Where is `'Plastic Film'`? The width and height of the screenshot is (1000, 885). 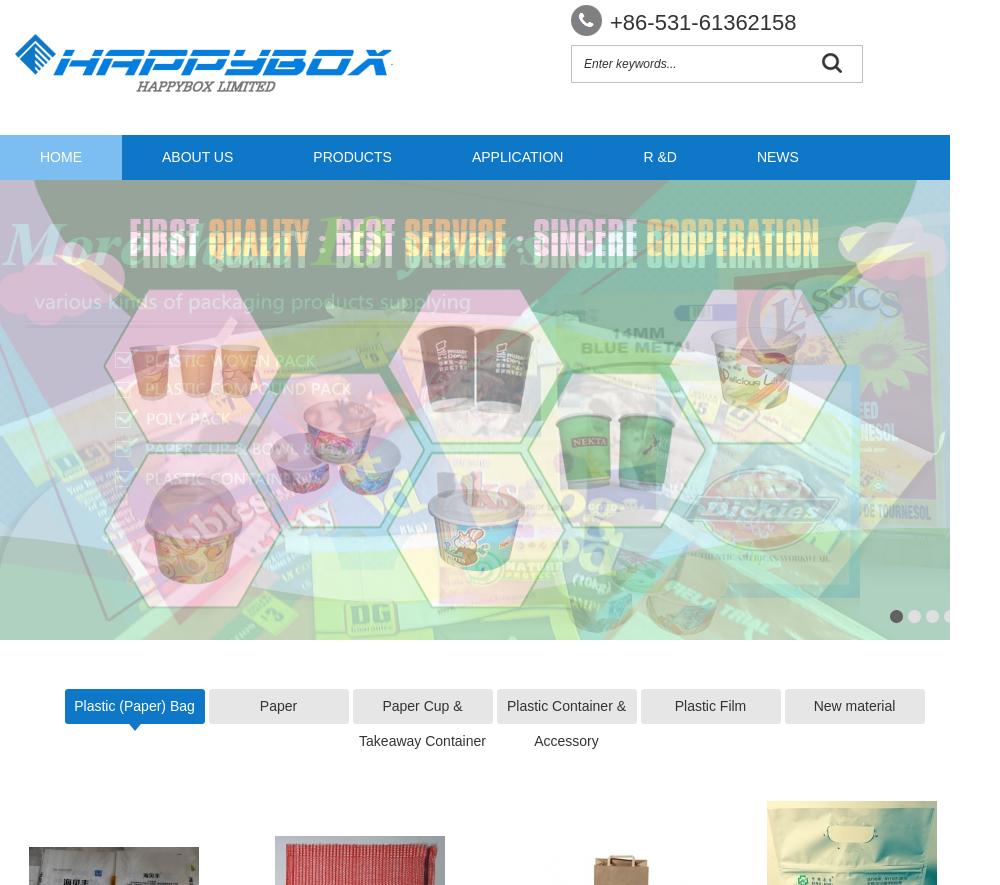
'Plastic Film' is located at coordinates (674, 704).